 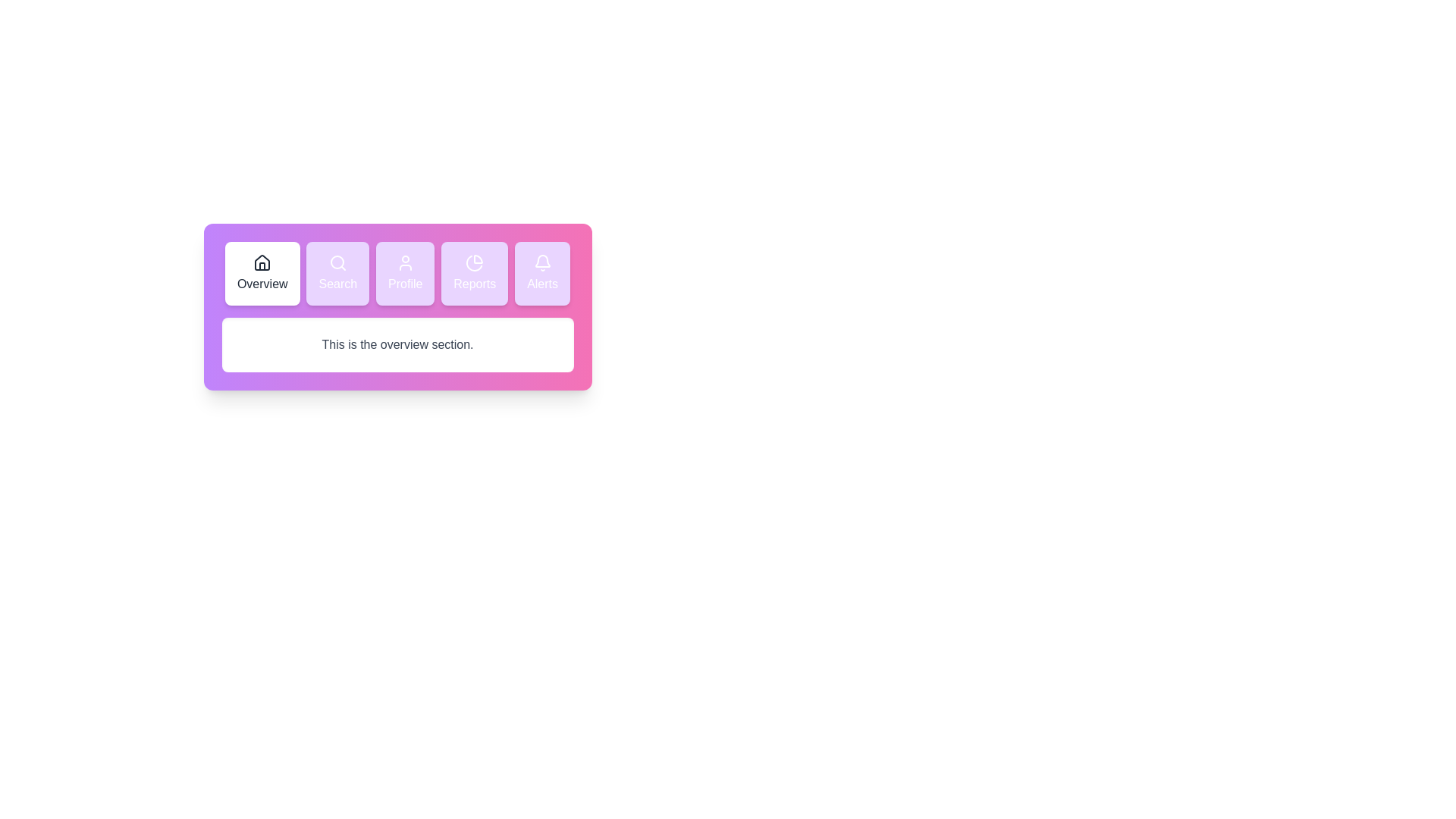 What do you see at coordinates (262, 284) in the screenshot?
I see `displayed text of the 'Overview' text label, which is in bold font and located below a house icon in the navigation menu` at bounding box center [262, 284].